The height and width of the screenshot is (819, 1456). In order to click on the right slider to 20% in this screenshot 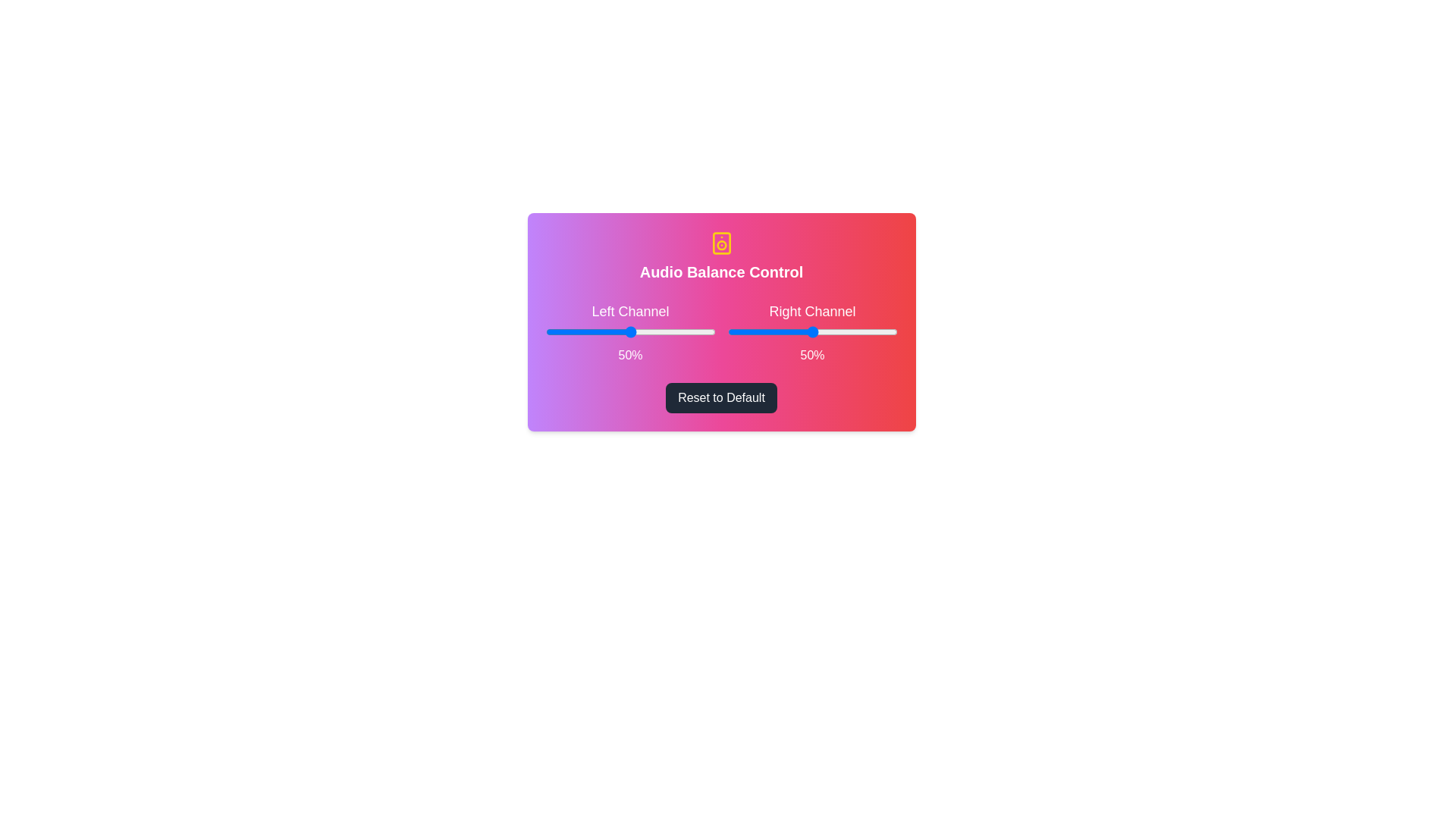, I will do `click(761, 331)`.